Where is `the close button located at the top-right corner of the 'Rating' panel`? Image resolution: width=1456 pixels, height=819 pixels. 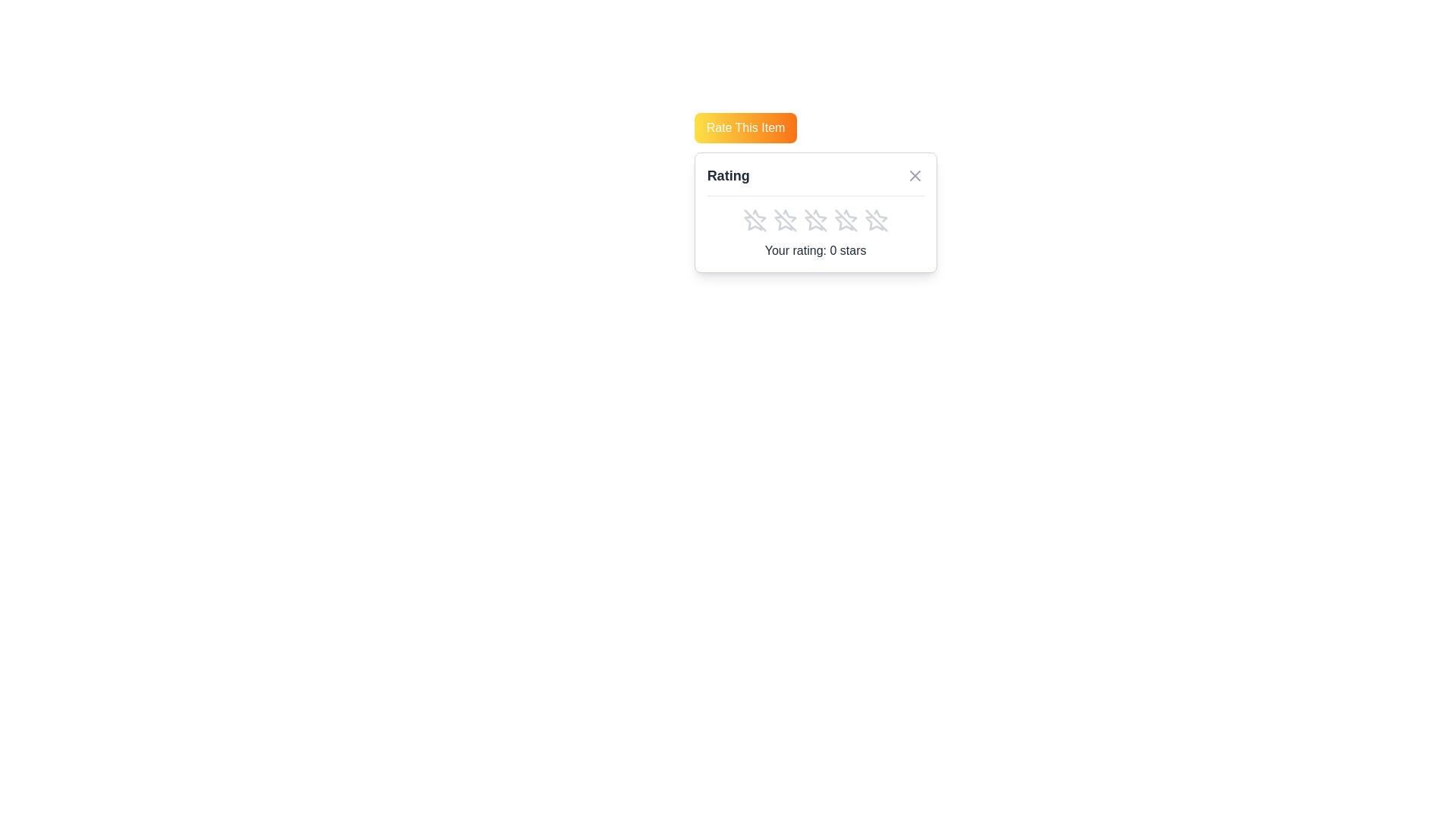
the close button located at the top-right corner of the 'Rating' panel is located at coordinates (914, 174).